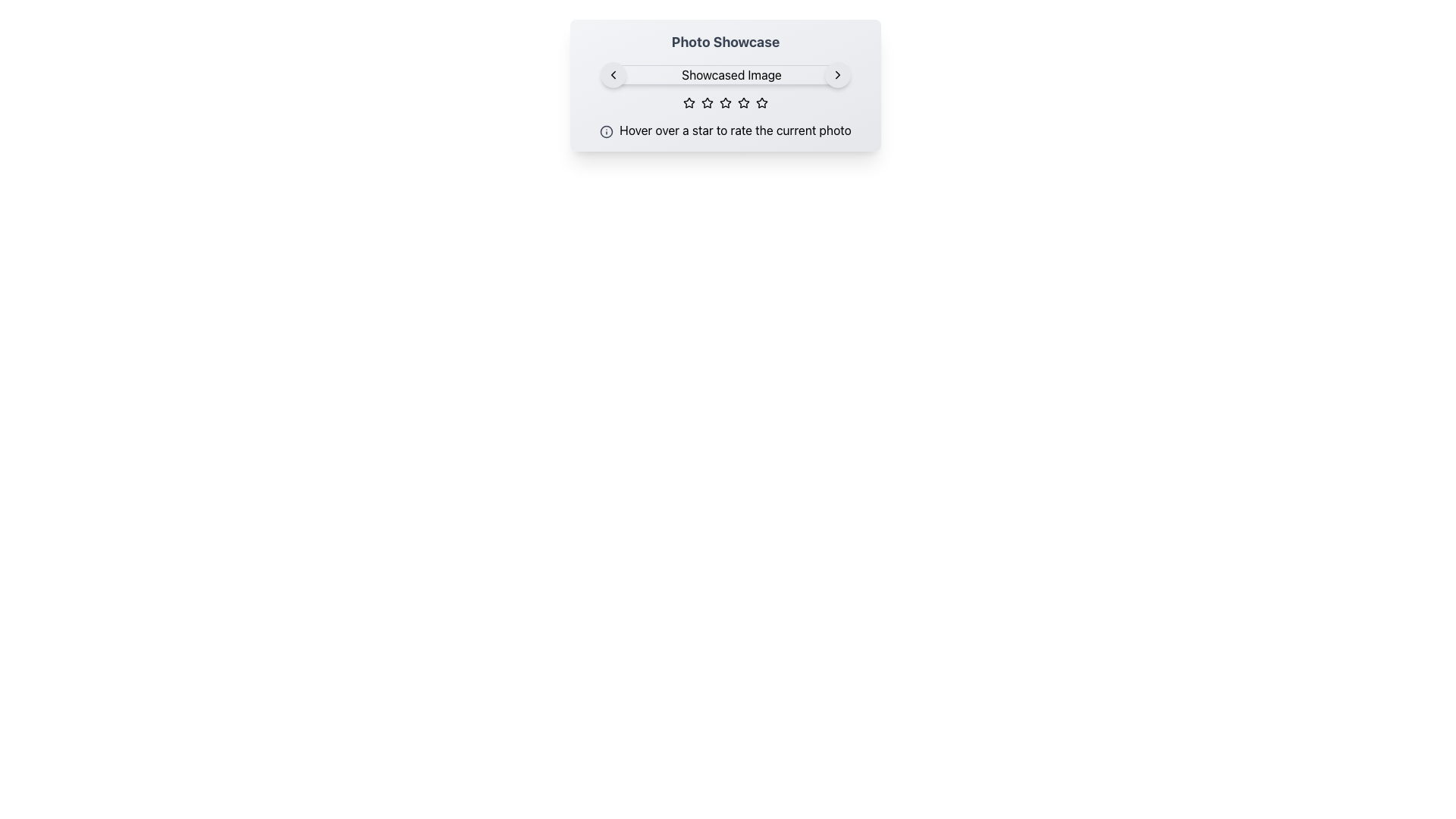  Describe the element at coordinates (724, 102) in the screenshot. I see `the Rating Component` at that location.